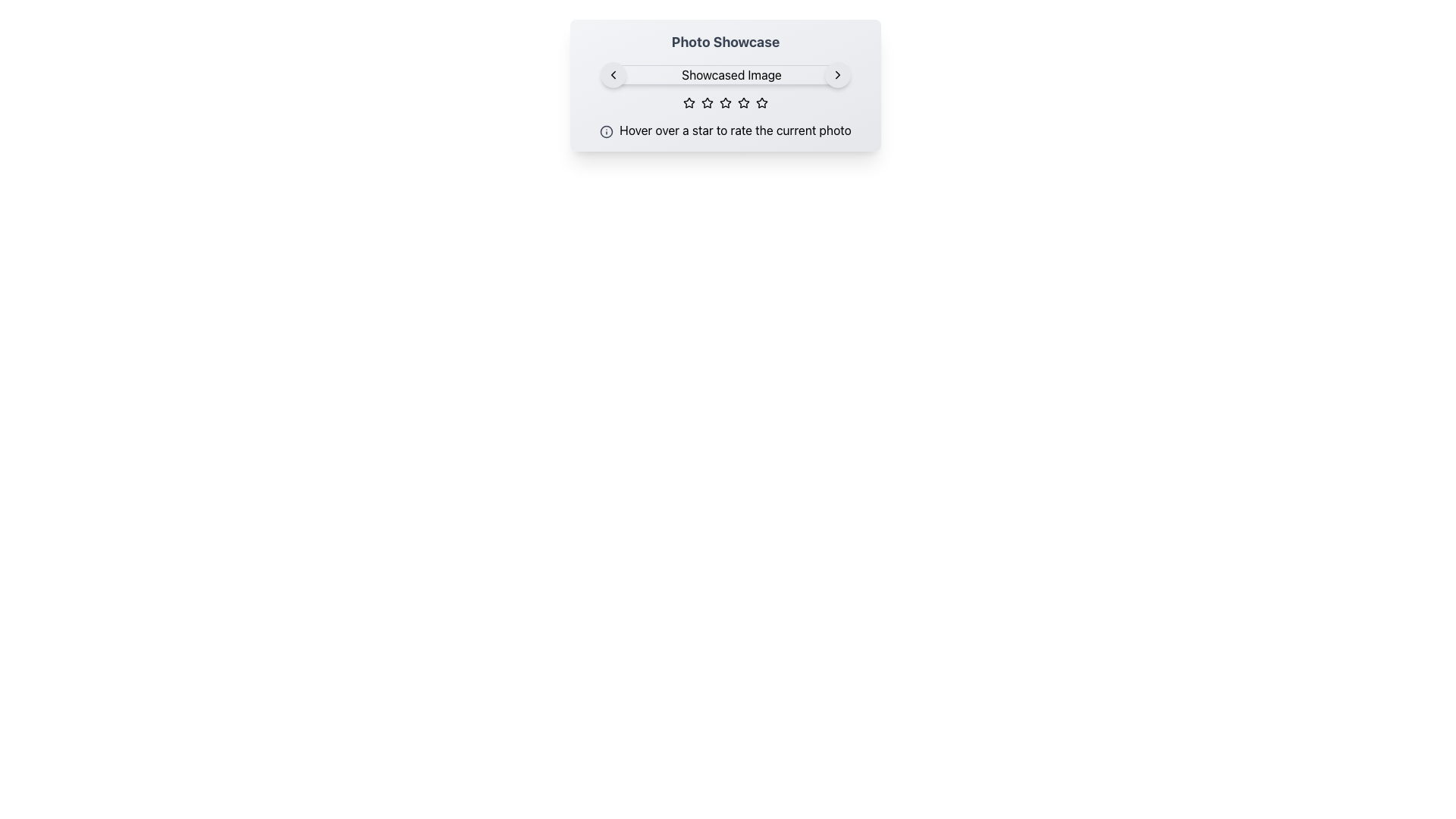  Describe the element at coordinates (724, 102) in the screenshot. I see `the Rating Component` at that location.